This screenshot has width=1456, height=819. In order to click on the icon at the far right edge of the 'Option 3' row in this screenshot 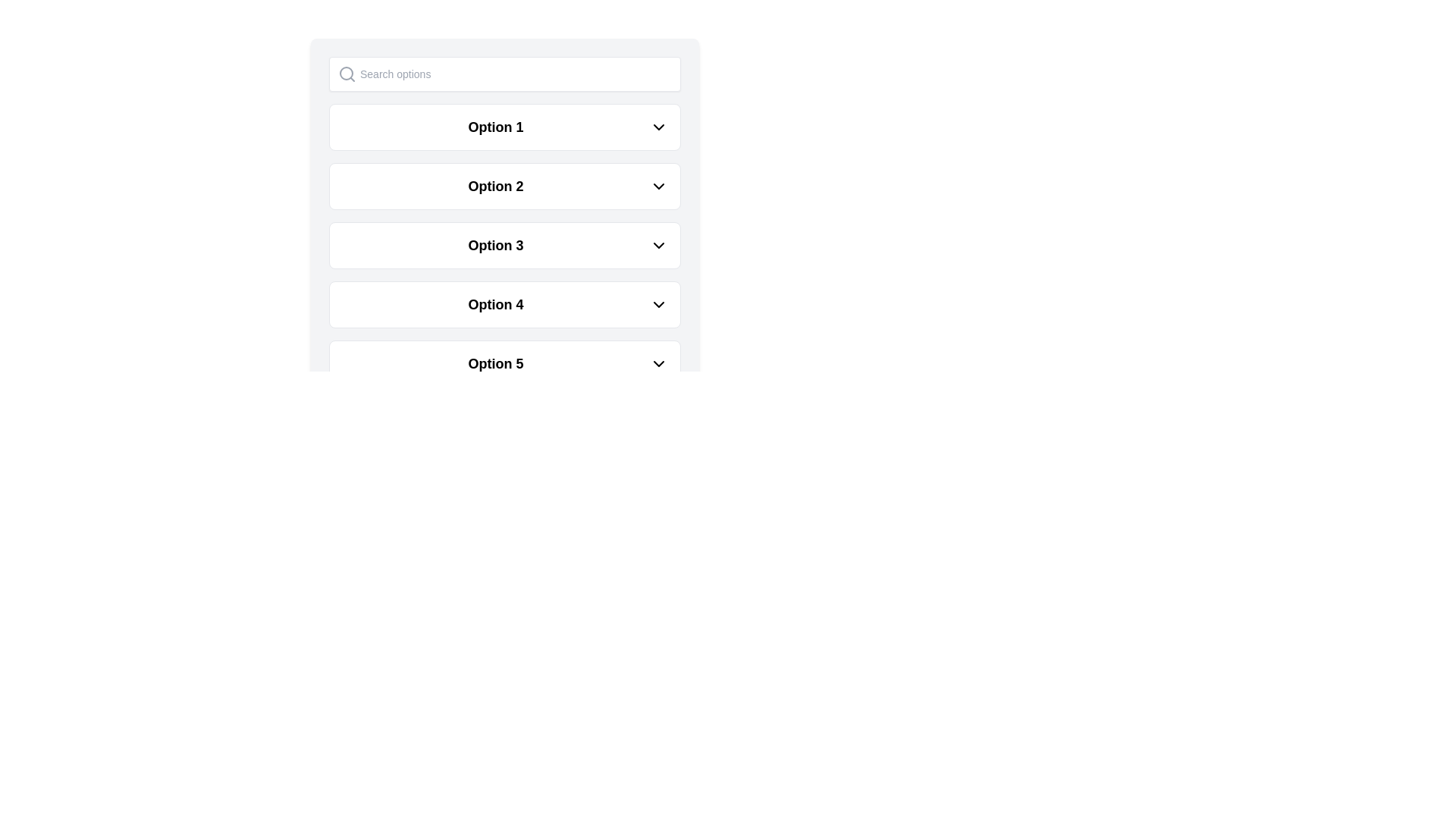, I will do `click(658, 245)`.